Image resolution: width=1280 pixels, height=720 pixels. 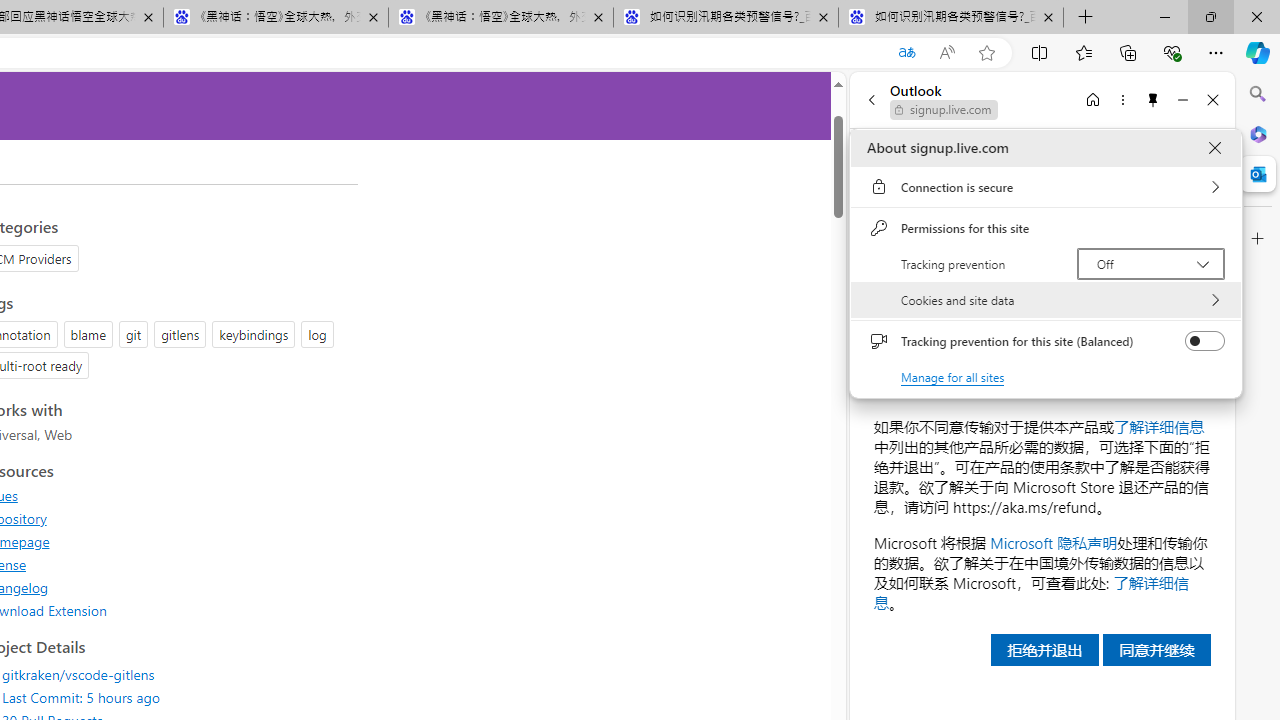 I want to click on 'Permissions for this site', so click(x=1045, y=227).